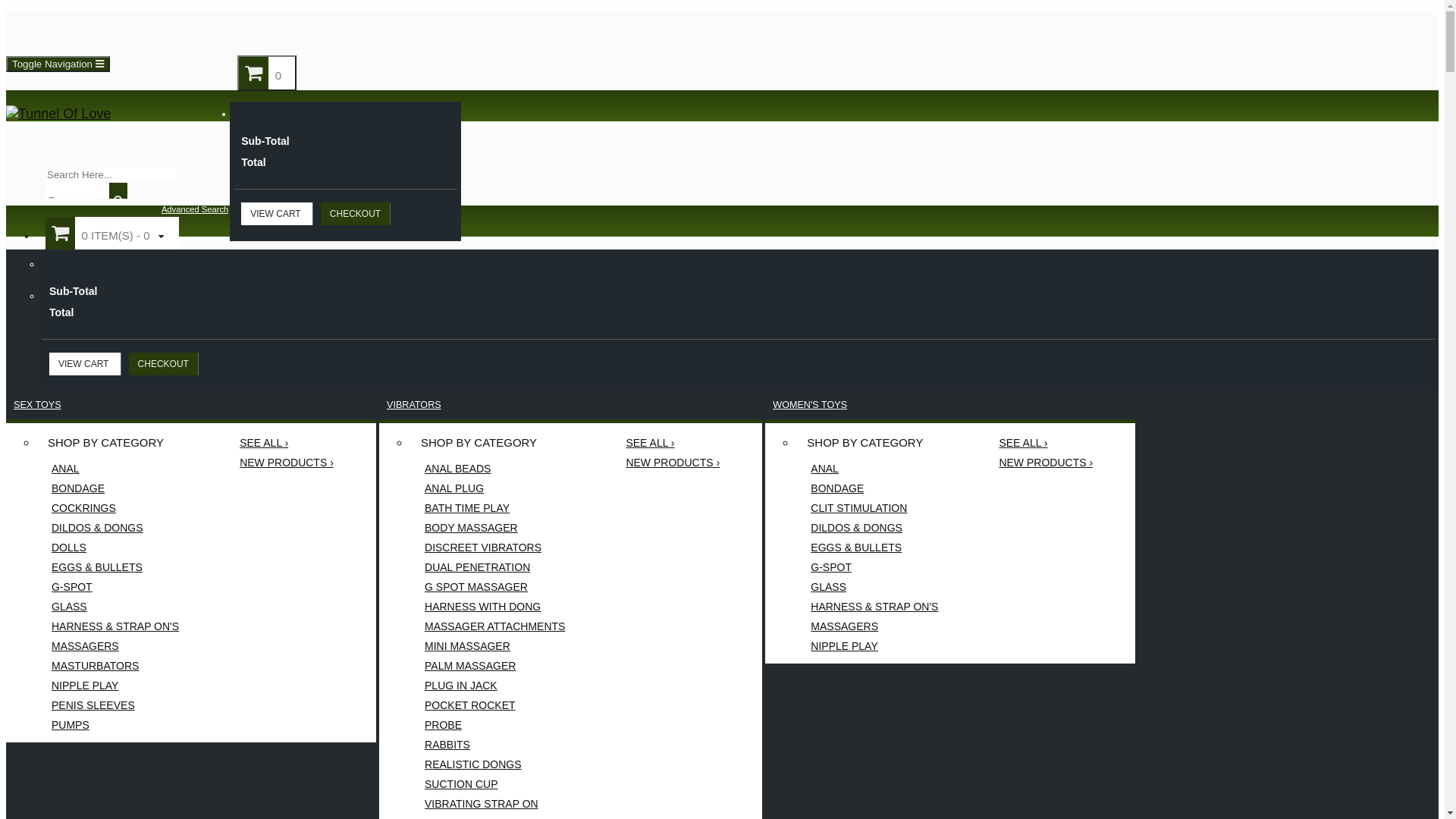 The width and height of the screenshot is (1456, 819). What do you see at coordinates (277, 213) in the screenshot?
I see `'VIEW CART'` at bounding box center [277, 213].